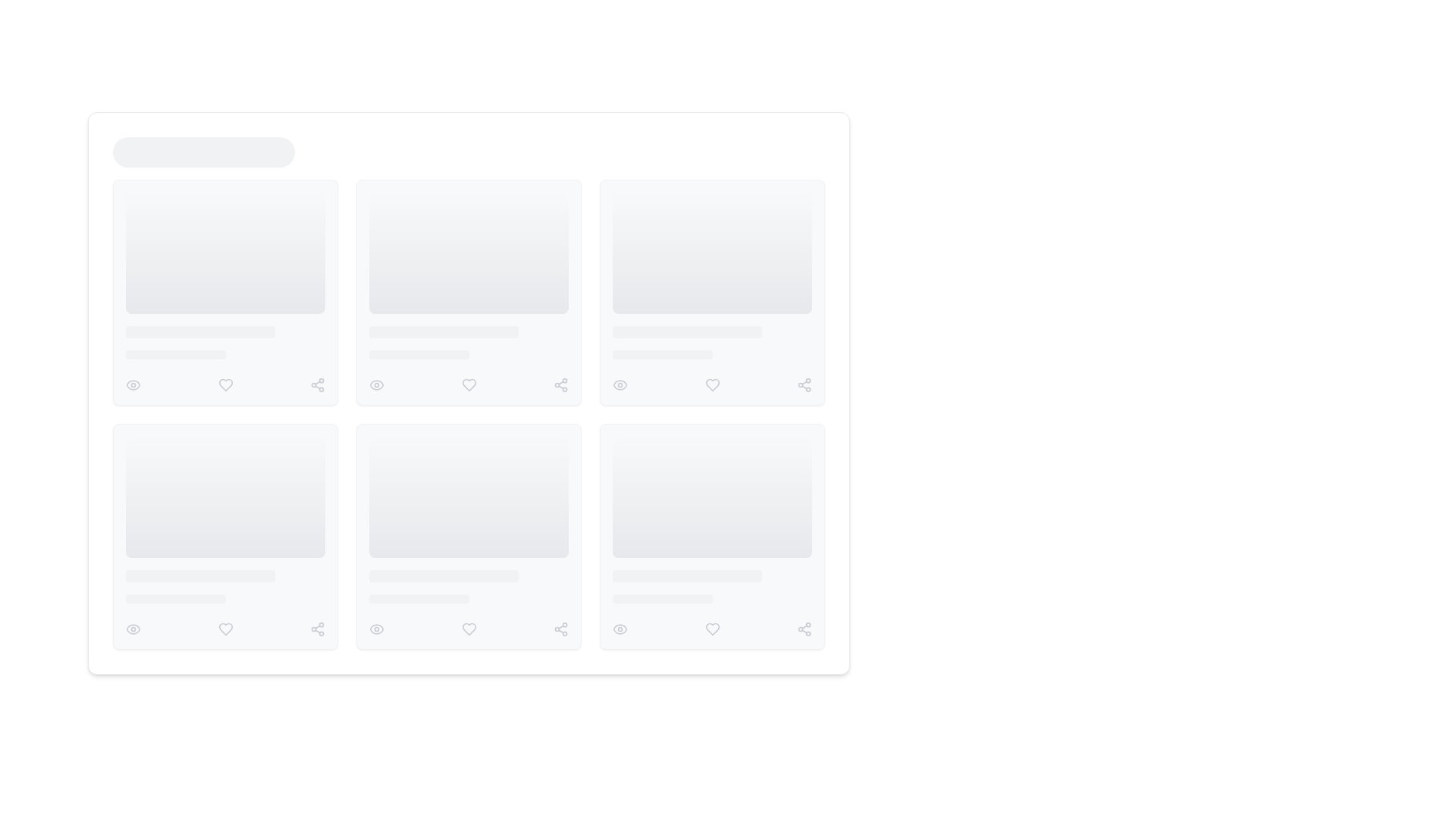 The height and width of the screenshot is (819, 1456). I want to click on the sharing icon located at the bottom-right corner of the card, so click(560, 384).